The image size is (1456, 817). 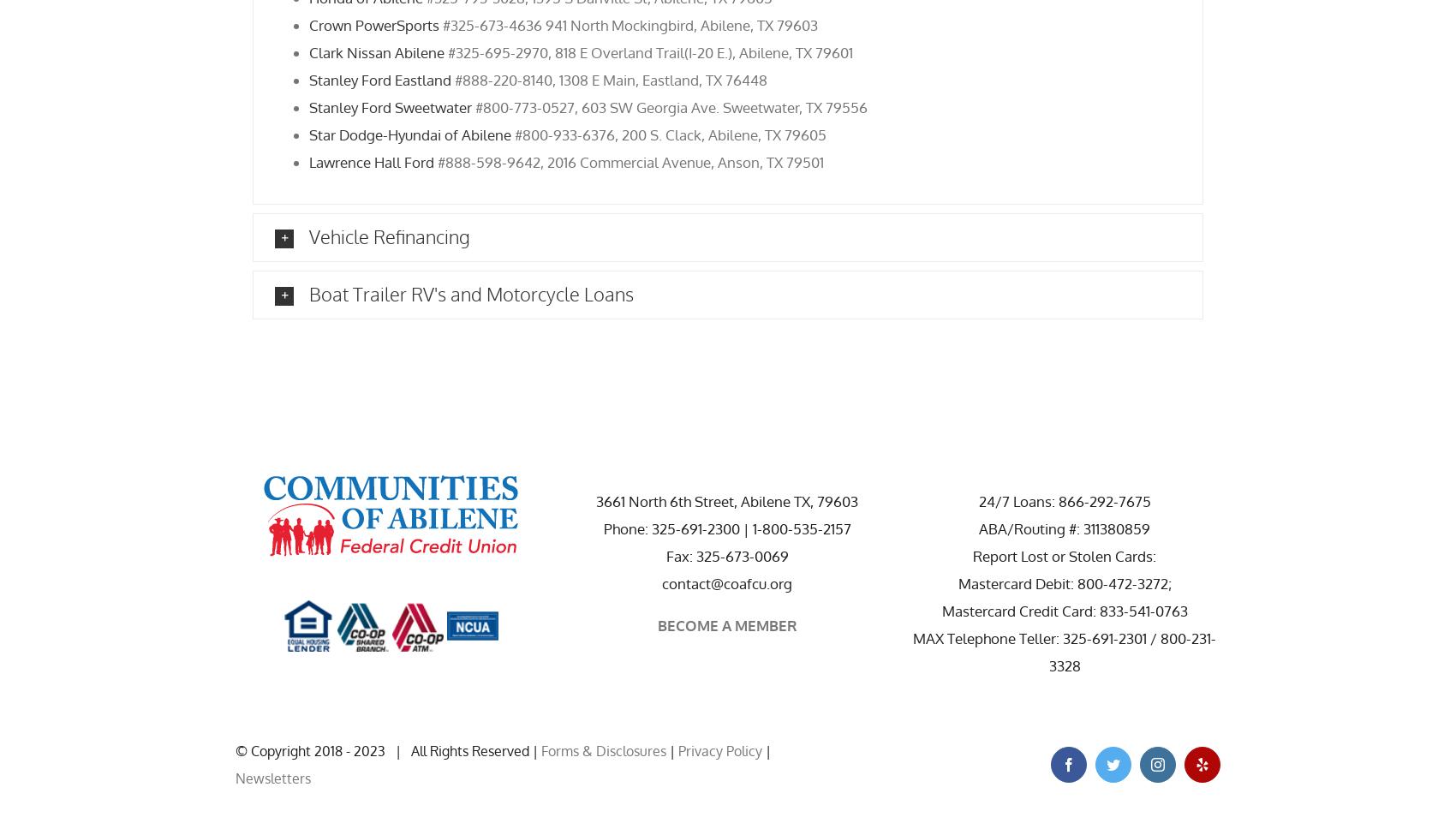 I want to click on 'Phone: 325-691-2300 | 1-800-535-2157', so click(x=725, y=527).